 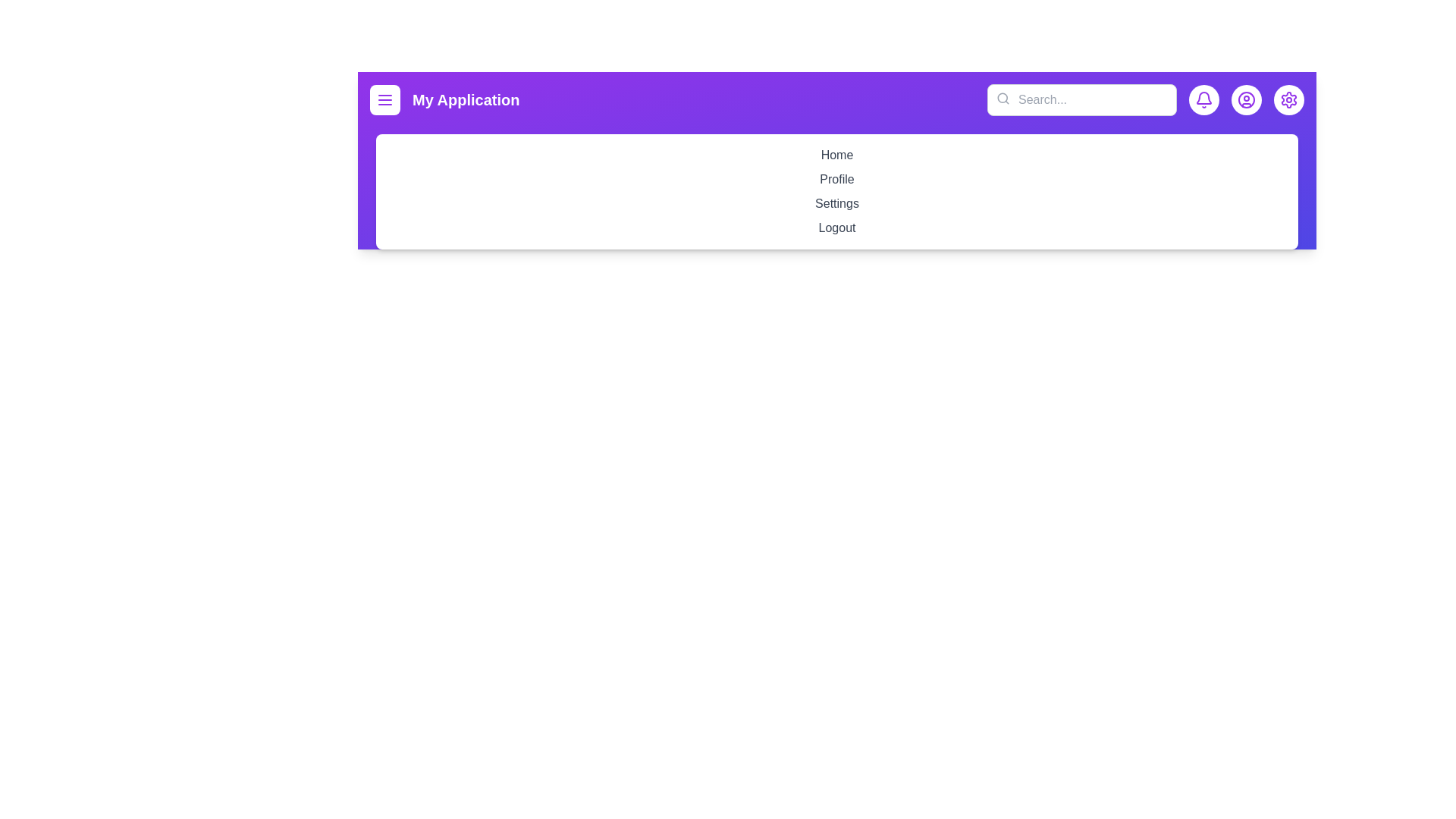 What do you see at coordinates (1288, 99) in the screenshot?
I see `the icon button corresponding to settings` at bounding box center [1288, 99].